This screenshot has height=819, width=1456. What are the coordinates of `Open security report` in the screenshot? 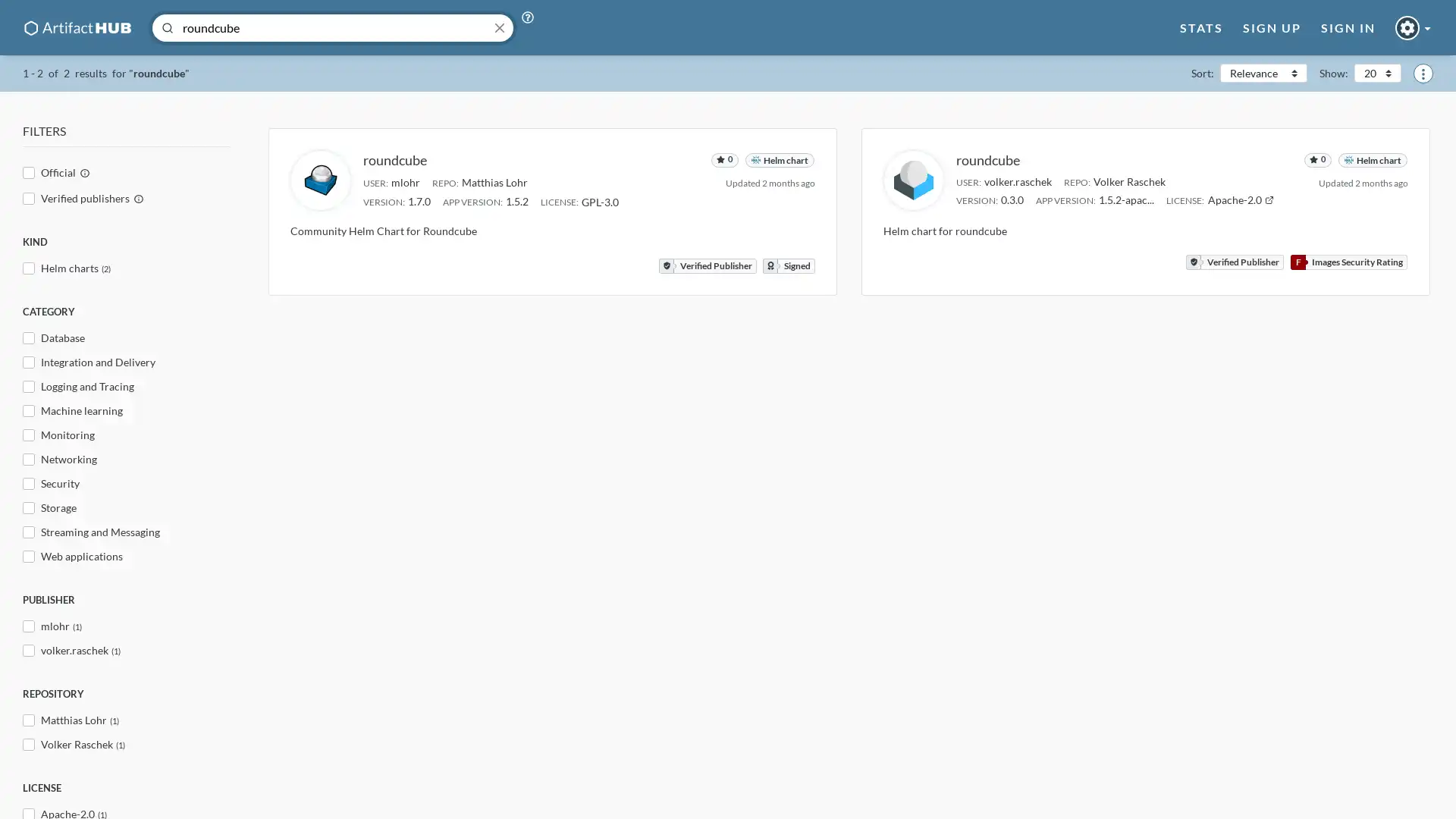 It's located at (1349, 260).